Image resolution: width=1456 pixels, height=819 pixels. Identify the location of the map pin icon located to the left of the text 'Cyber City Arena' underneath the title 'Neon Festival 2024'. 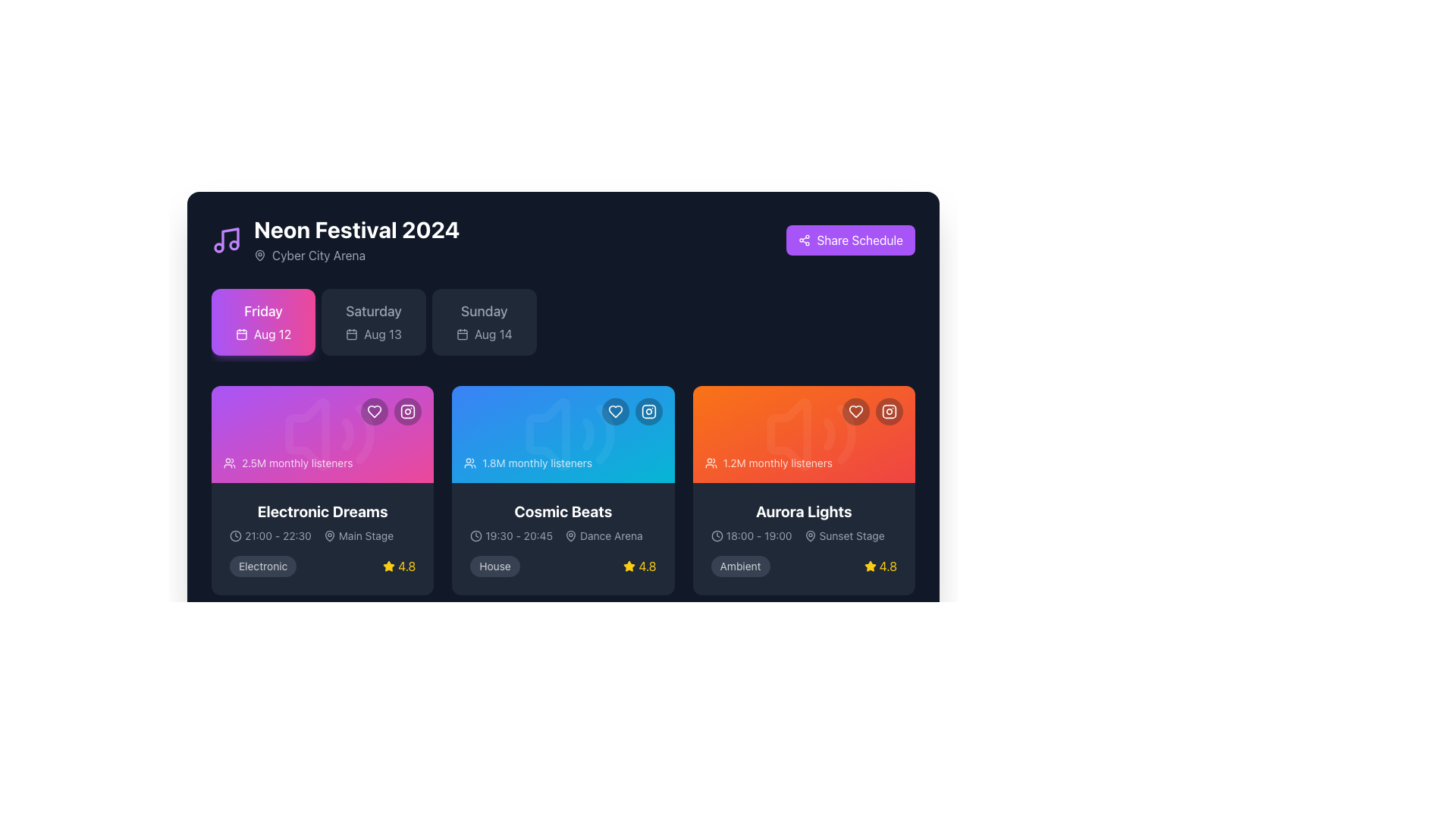
(259, 253).